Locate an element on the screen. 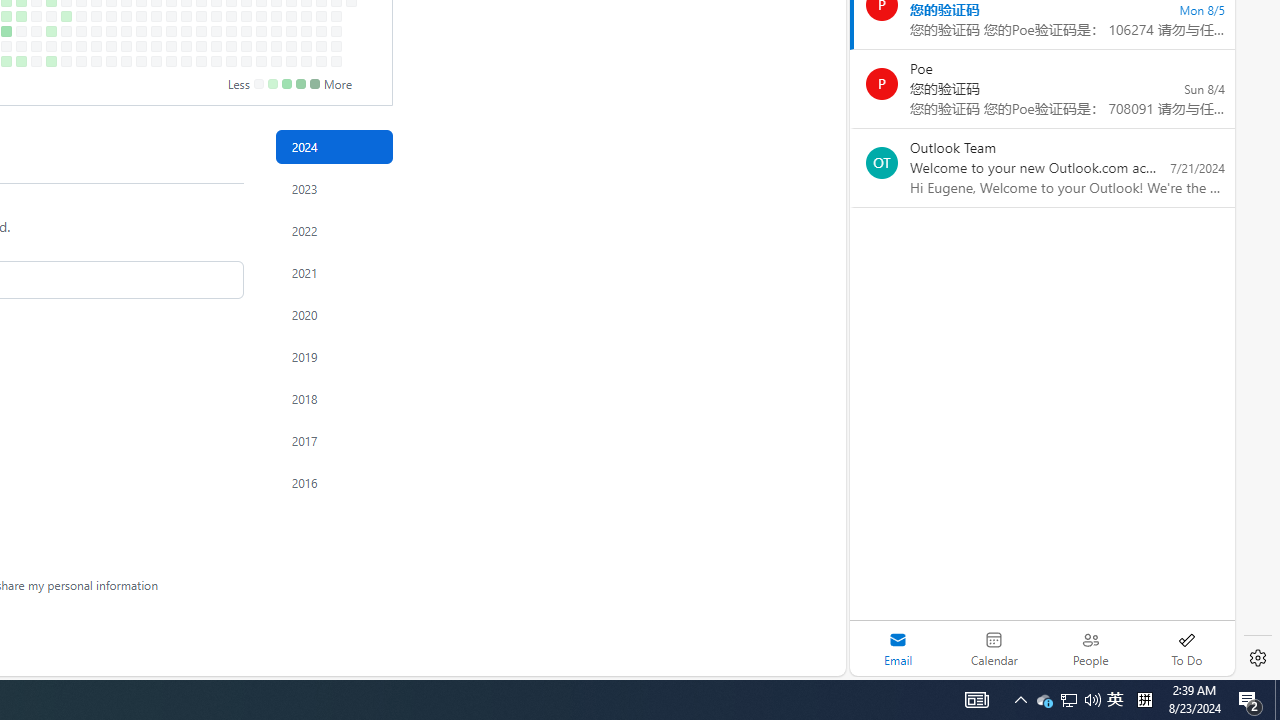 The height and width of the screenshot is (720, 1280). 'Calendar. Date today is 22' is located at coordinates (994, 648).